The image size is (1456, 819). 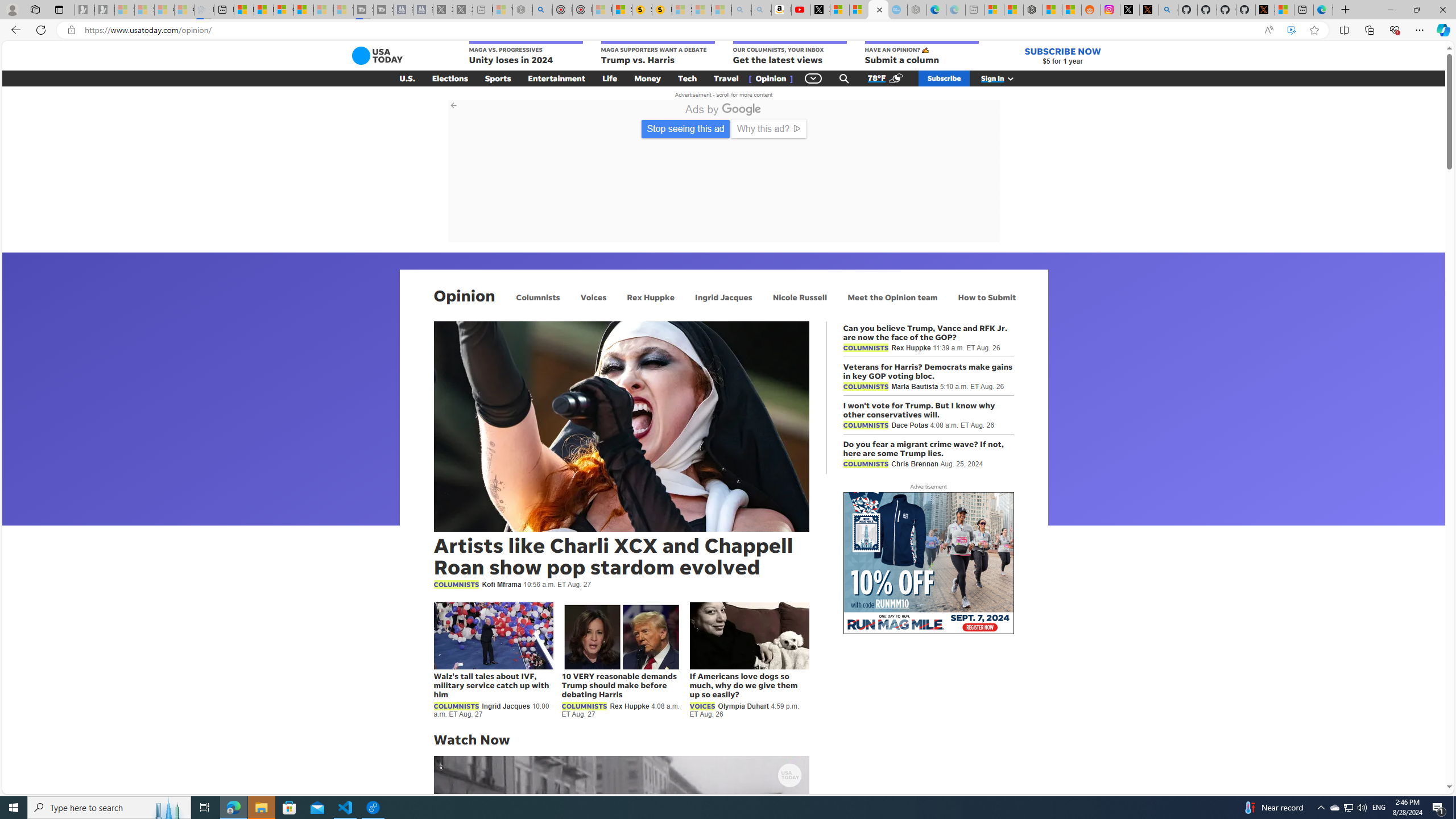 What do you see at coordinates (686, 78) in the screenshot?
I see `'Tech'` at bounding box center [686, 78].